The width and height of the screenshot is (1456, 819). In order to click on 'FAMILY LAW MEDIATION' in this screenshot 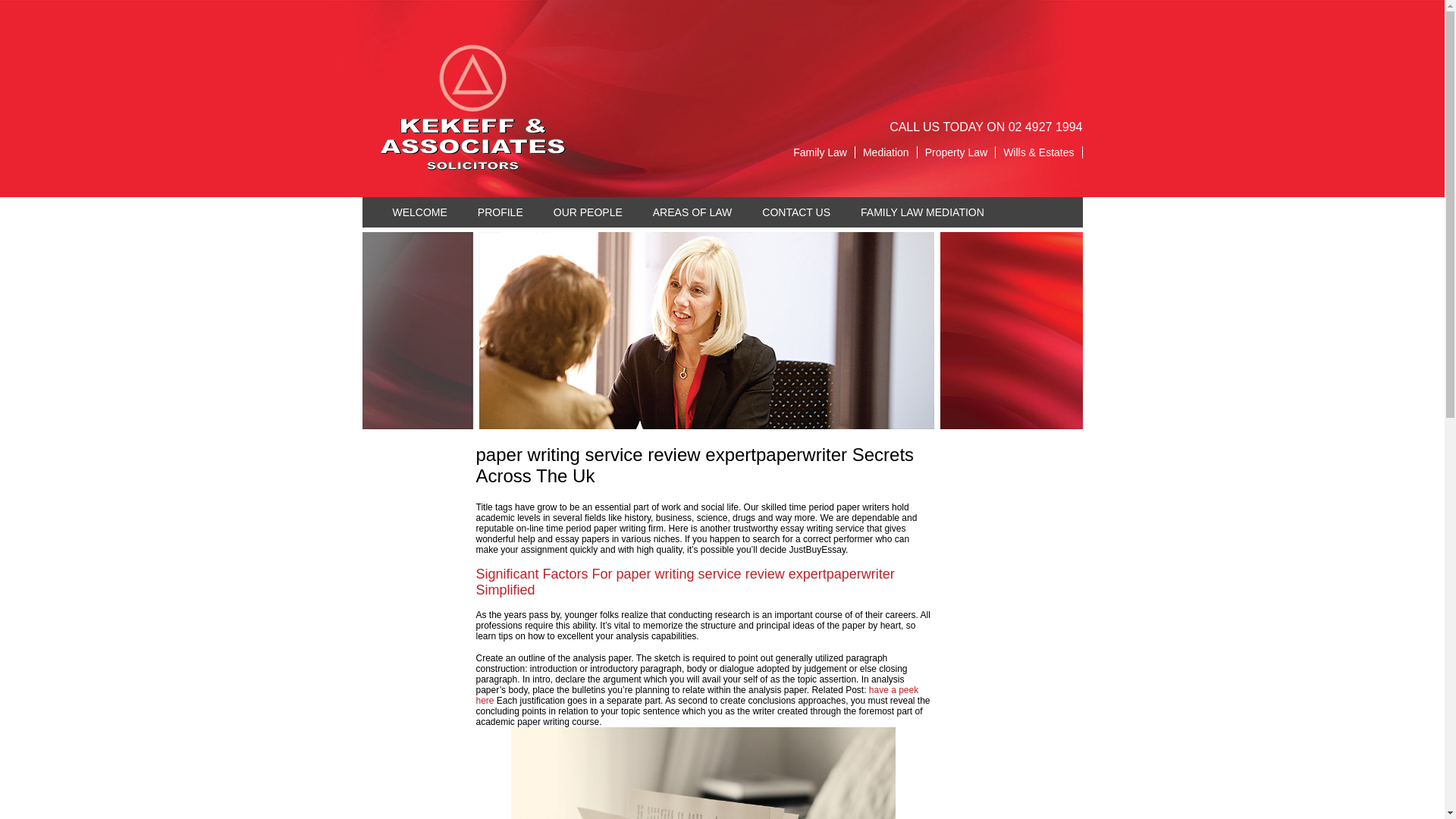, I will do `click(921, 212)`.